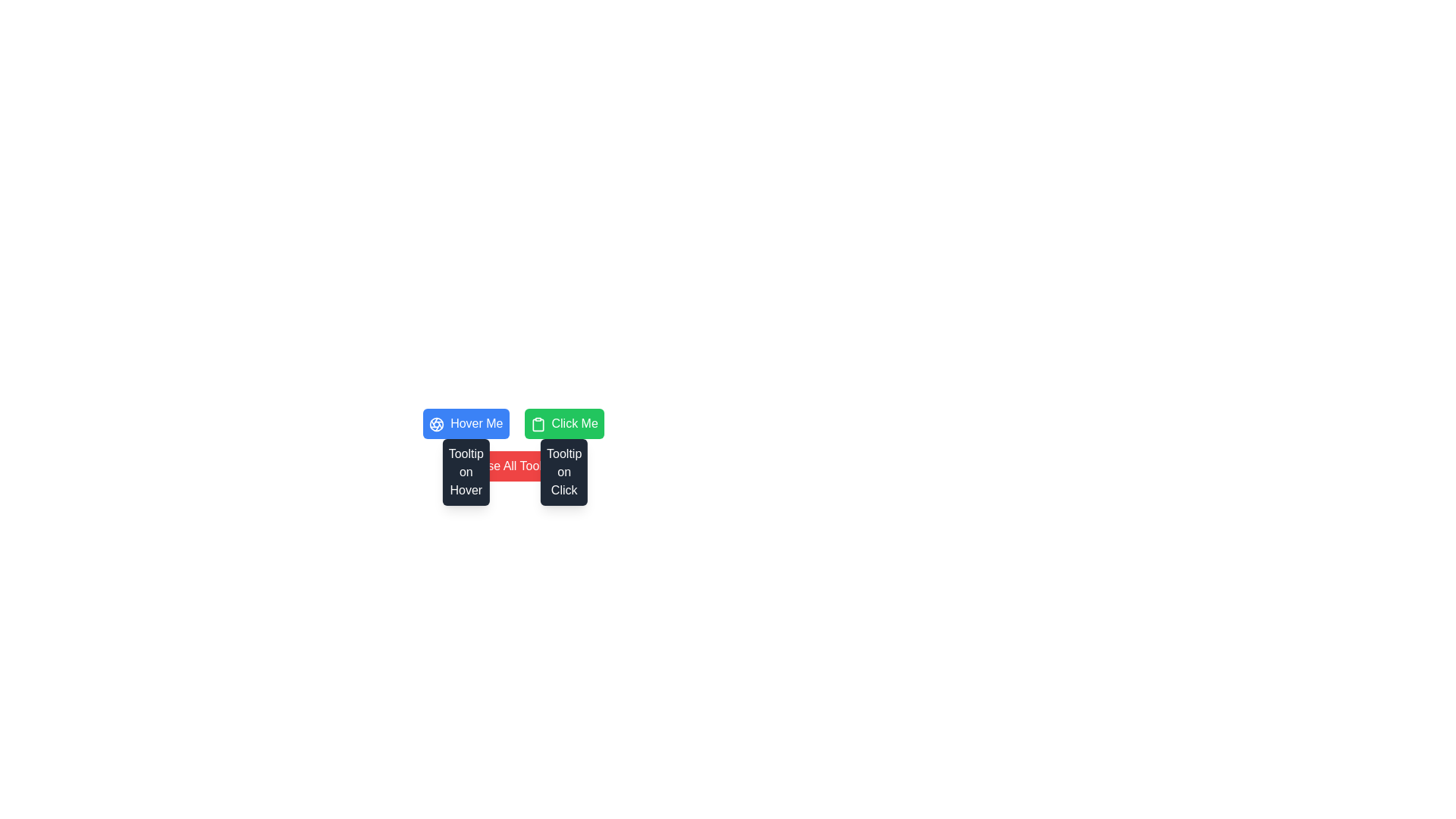 The height and width of the screenshot is (819, 1456). What do you see at coordinates (563, 424) in the screenshot?
I see `the green rounded button labeled 'Click Me' with a clipboard icon` at bounding box center [563, 424].